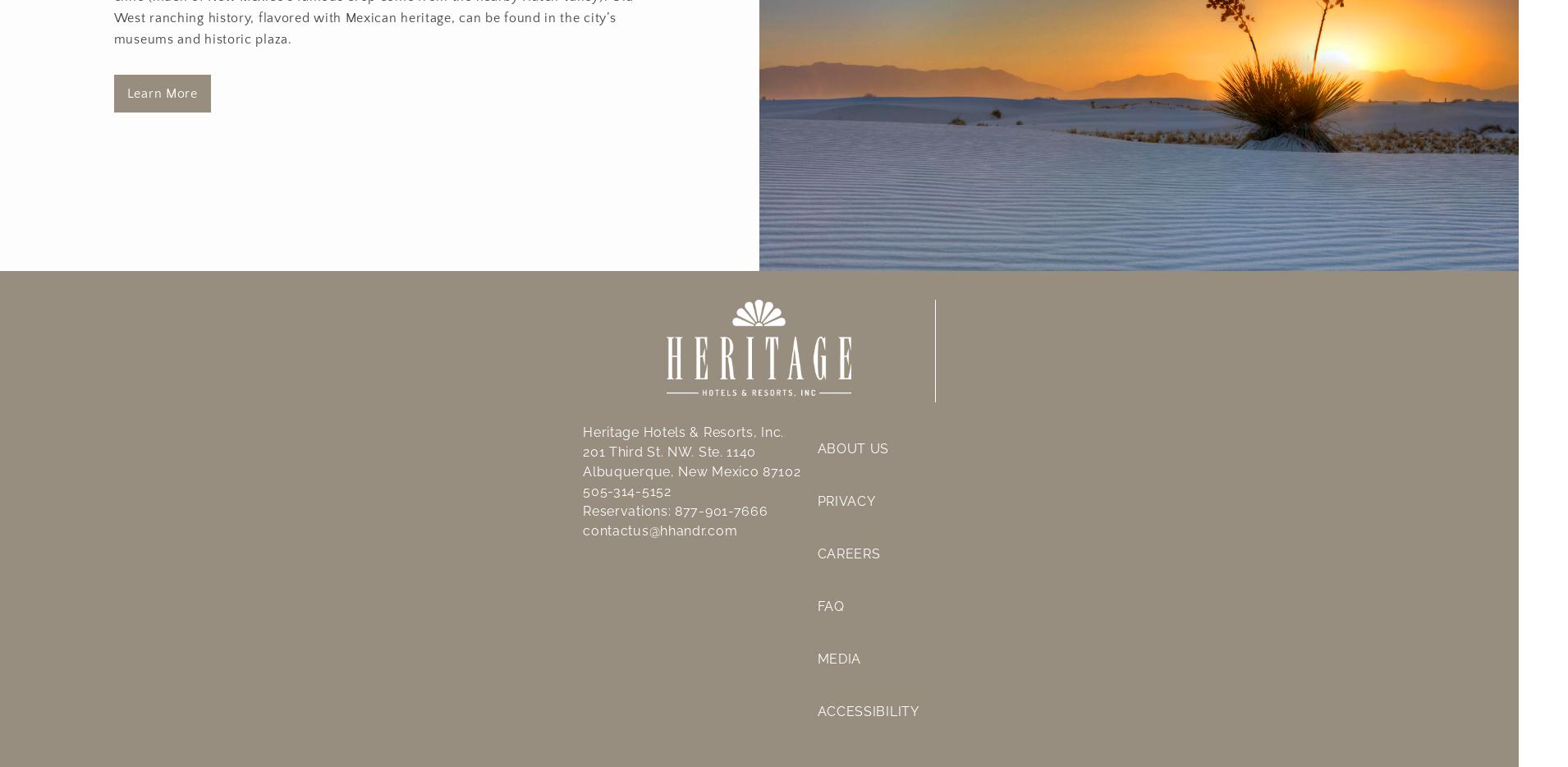 Image resolution: width=1568 pixels, height=767 pixels. Describe the element at coordinates (669, 451) in the screenshot. I see `'201 Third St. NW. Ste. 1140'` at that location.